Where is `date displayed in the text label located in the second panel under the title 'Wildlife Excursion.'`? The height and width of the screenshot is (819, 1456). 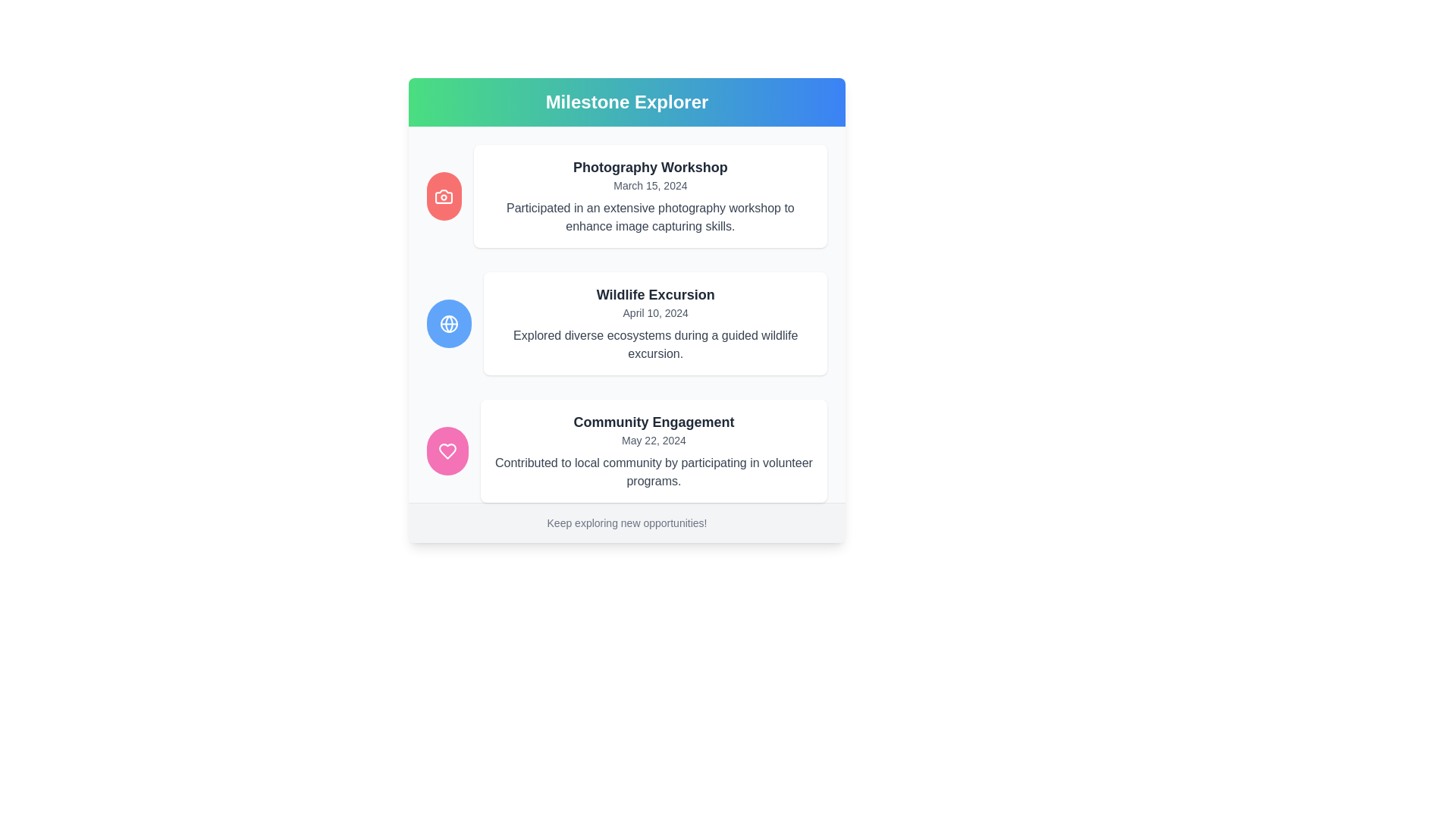
date displayed in the text label located in the second panel under the title 'Wildlife Excursion.' is located at coordinates (655, 312).